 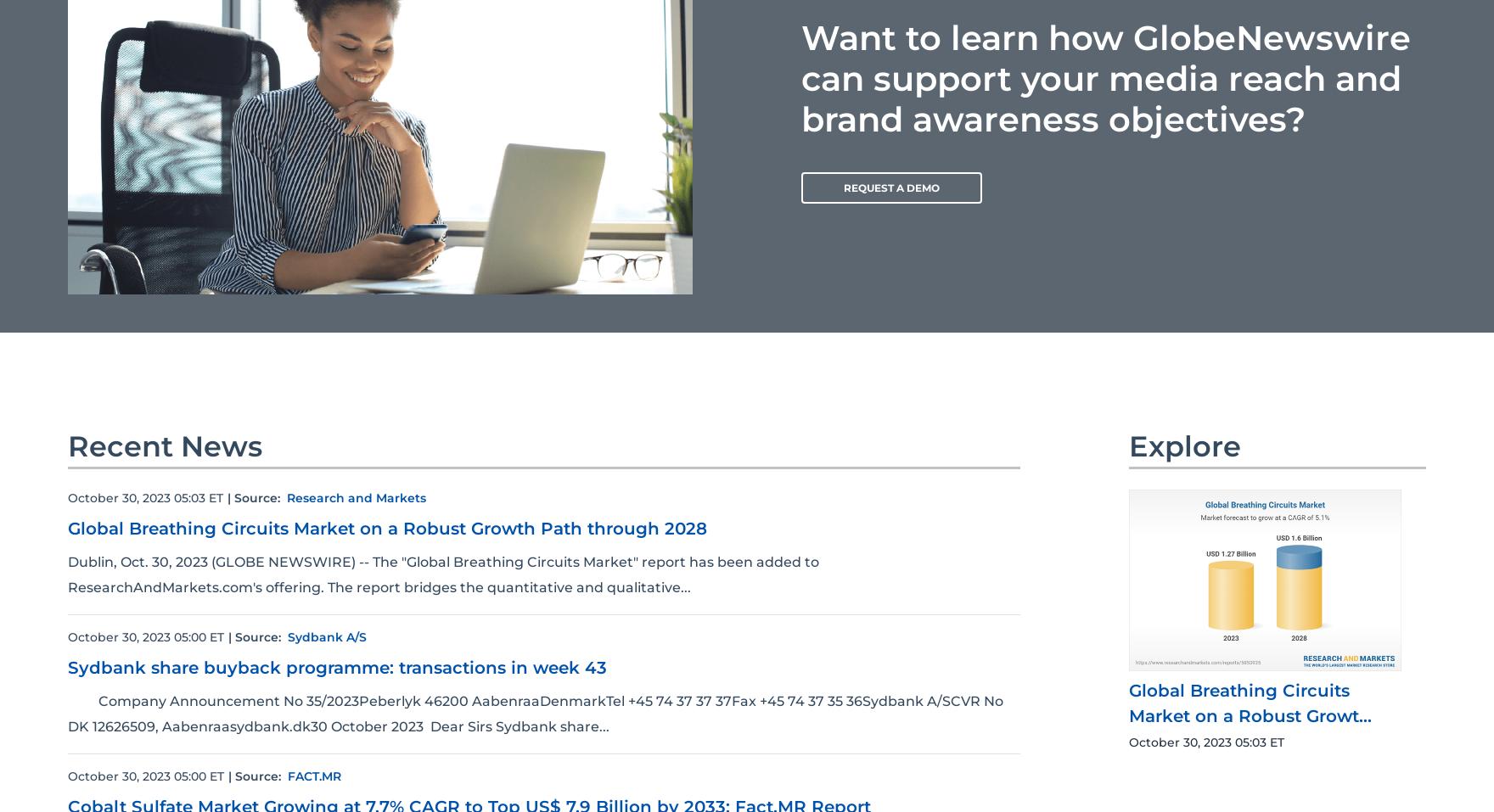 I want to click on 'Company Announcement No 35/2023Peberlyk 46200 AabenraaDenmarkTel +45 74 37 37 37Fax +45 74 37 35 36Sydbank A/SCVR No DK 12626509, Aabenraasydbank.dk30 October 2023  Dear Sirs  Sydbank share...', so click(x=535, y=712).